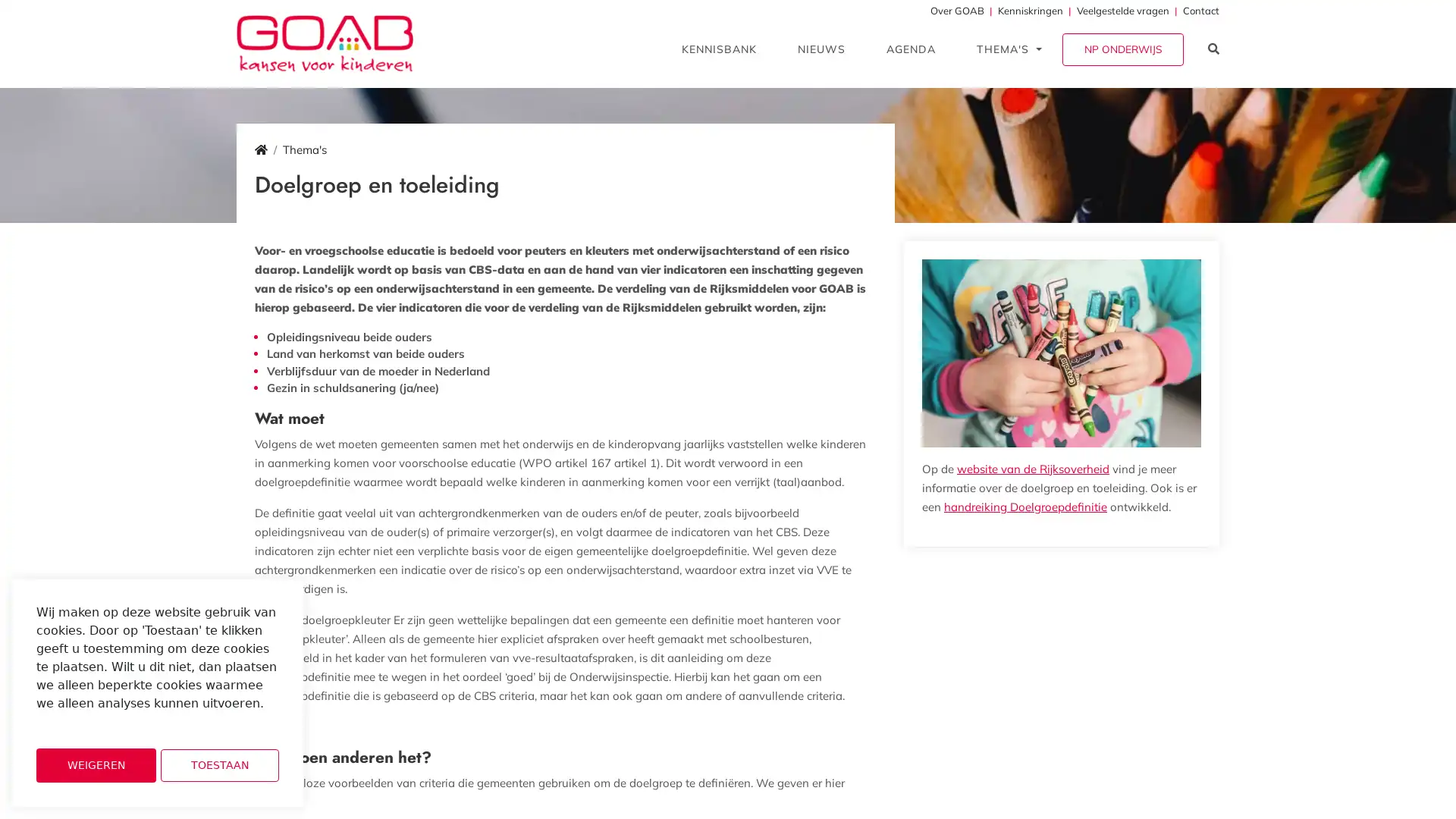 The height and width of the screenshot is (819, 1456). What do you see at coordinates (76, 723) in the screenshot?
I see `learn more about cookies` at bounding box center [76, 723].